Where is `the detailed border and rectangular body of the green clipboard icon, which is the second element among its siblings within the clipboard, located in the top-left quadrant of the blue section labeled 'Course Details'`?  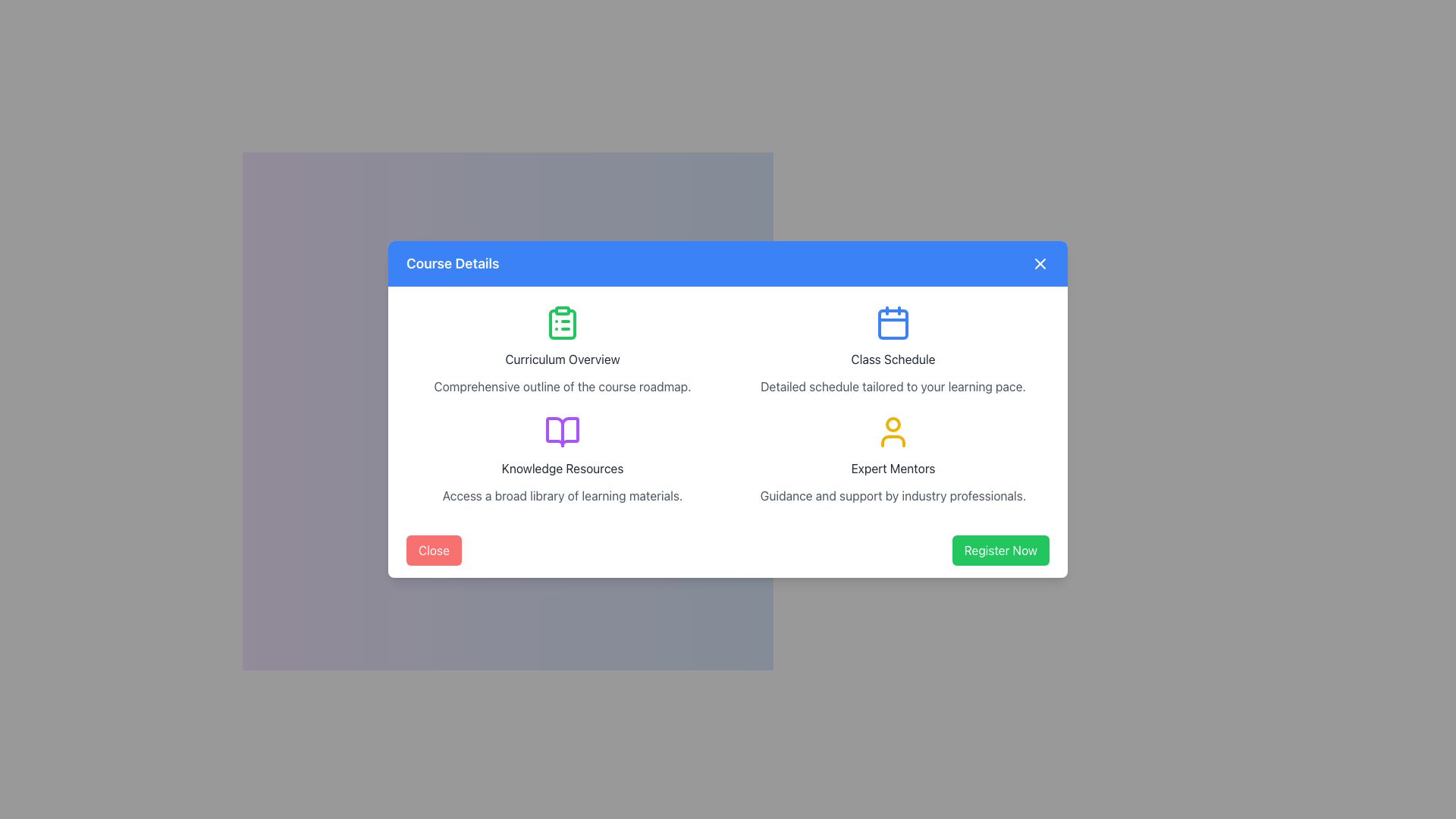
the detailed border and rectangular body of the green clipboard icon, which is the second element among its siblings within the clipboard, located in the top-left quadrant of the blue section labeled 'Course Details' is located at coordinates (562, 324).